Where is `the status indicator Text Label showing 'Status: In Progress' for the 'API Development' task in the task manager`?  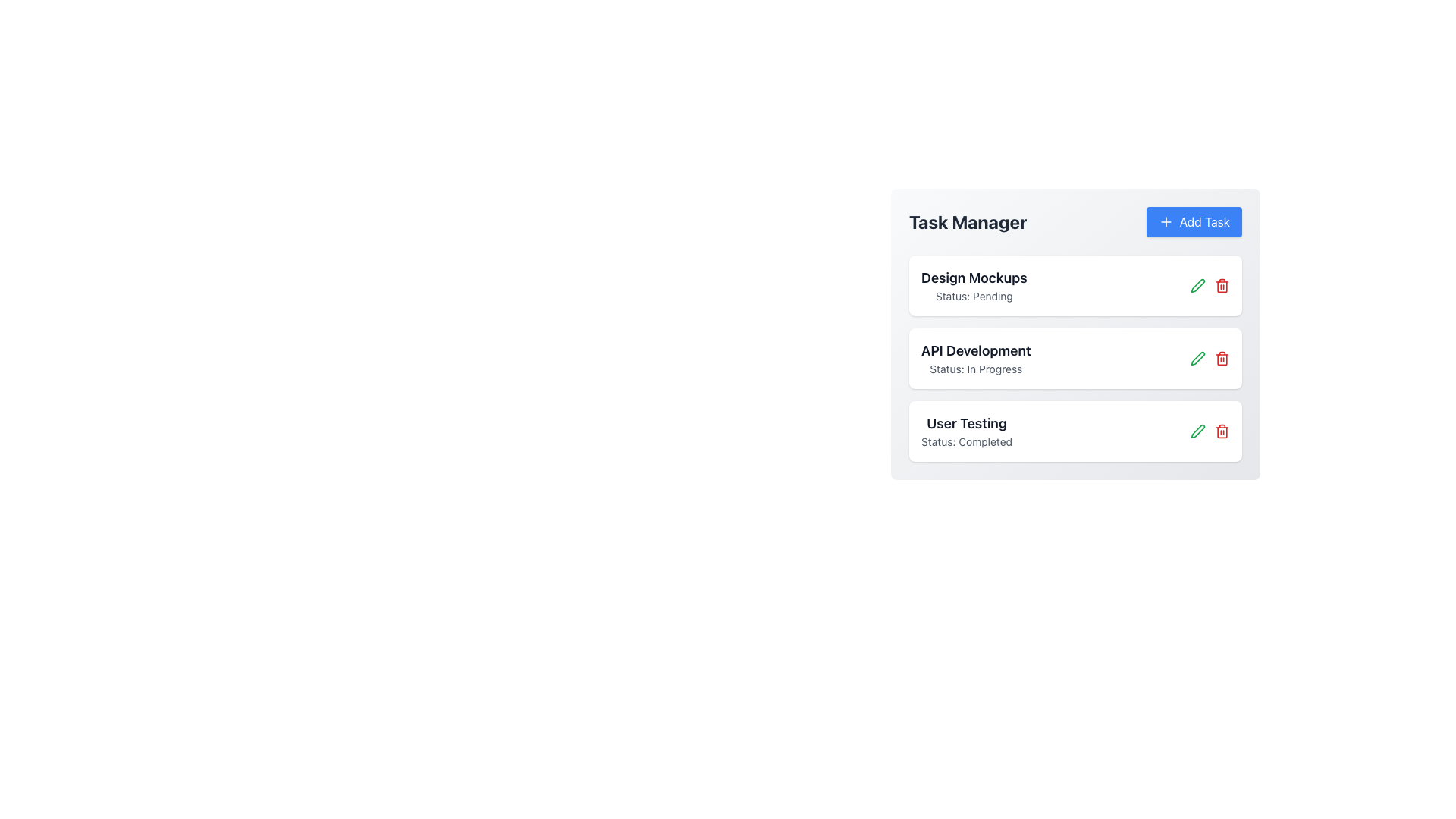 the status indicator Text Label showing 'Status: In Progress' for the 'API Development' task in the task manager is located at coordinates (976, 369).